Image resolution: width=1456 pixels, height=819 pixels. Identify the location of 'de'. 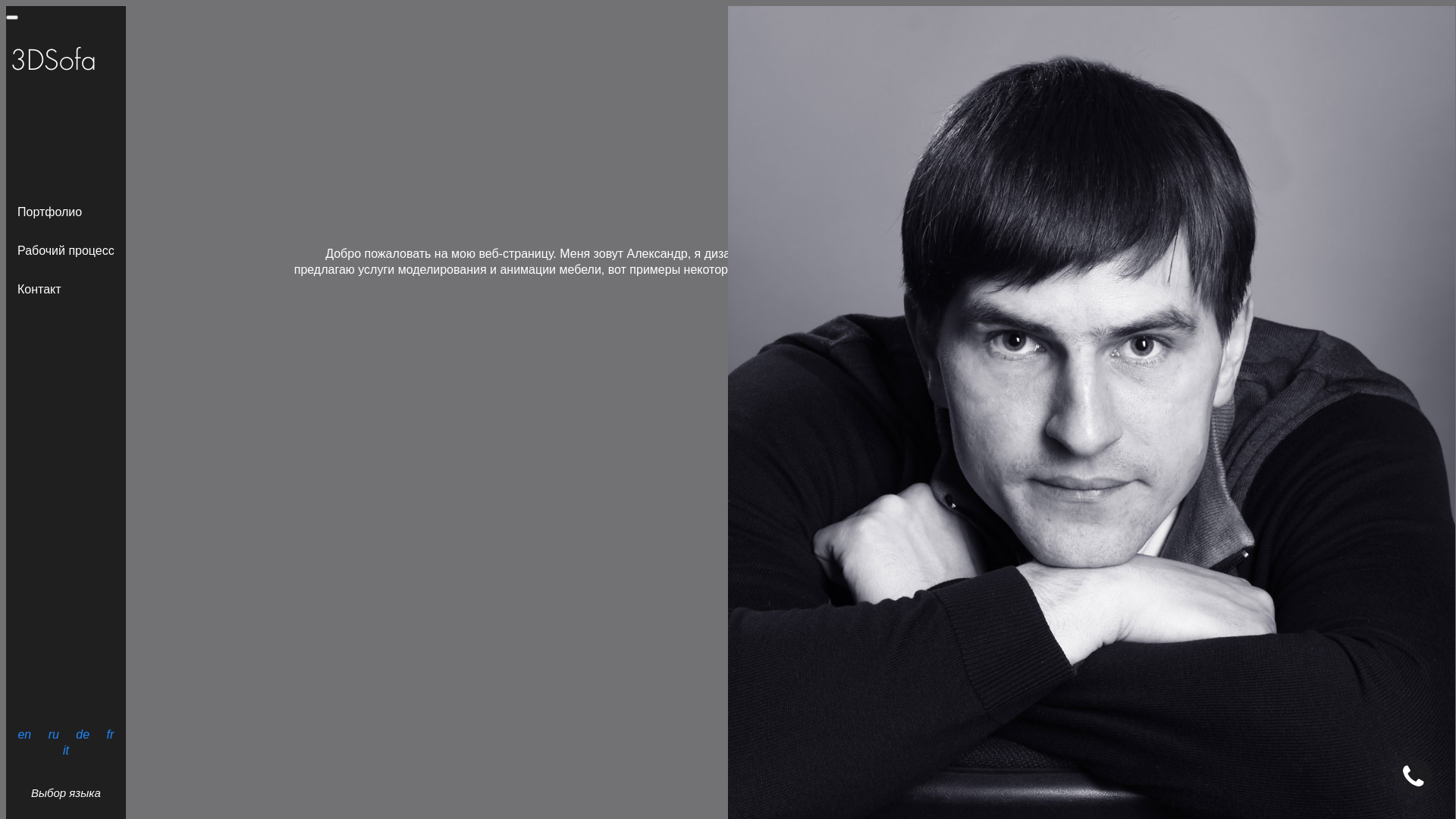
(82, 733).